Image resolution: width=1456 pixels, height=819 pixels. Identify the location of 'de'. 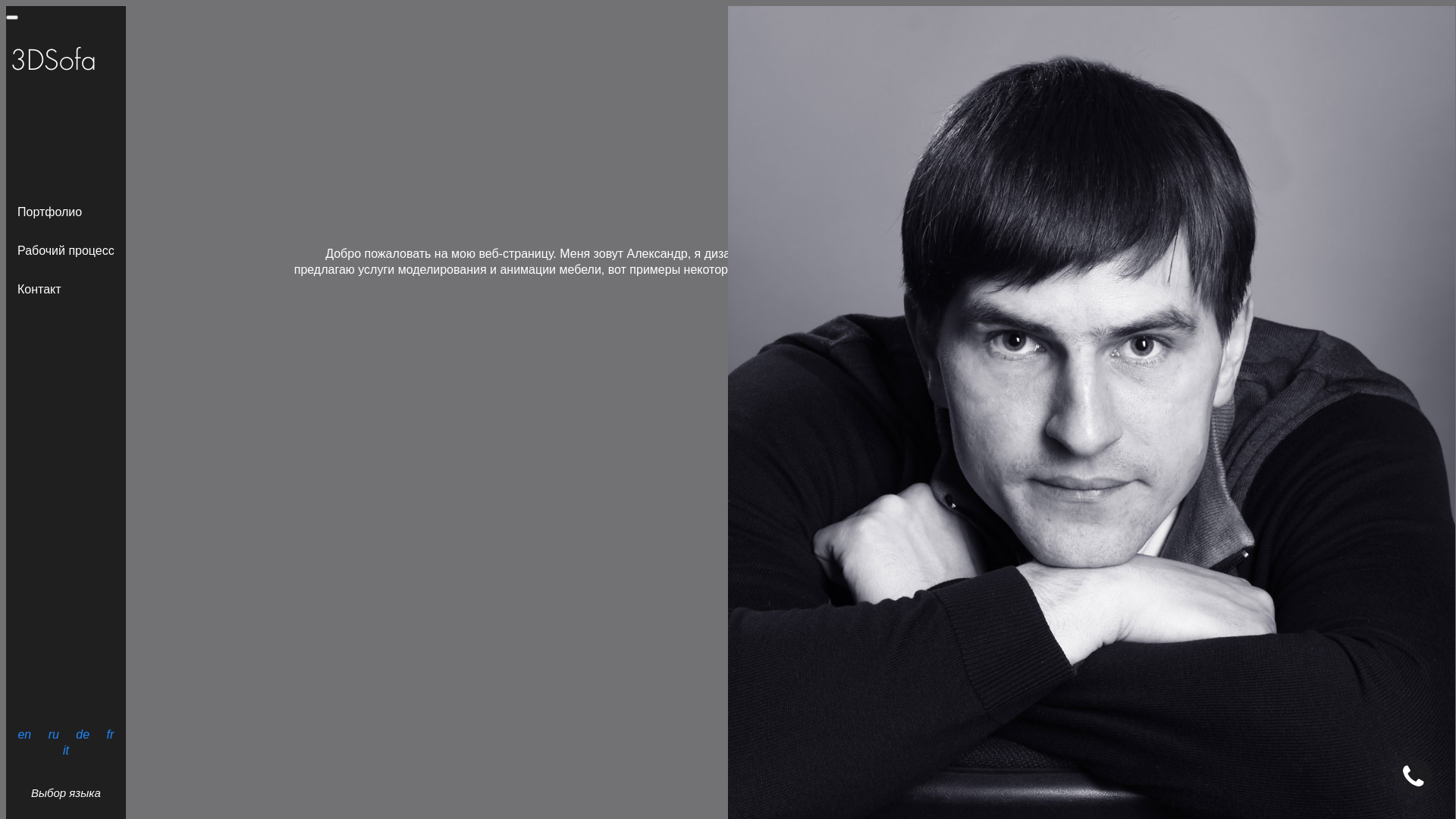
(82, 733).